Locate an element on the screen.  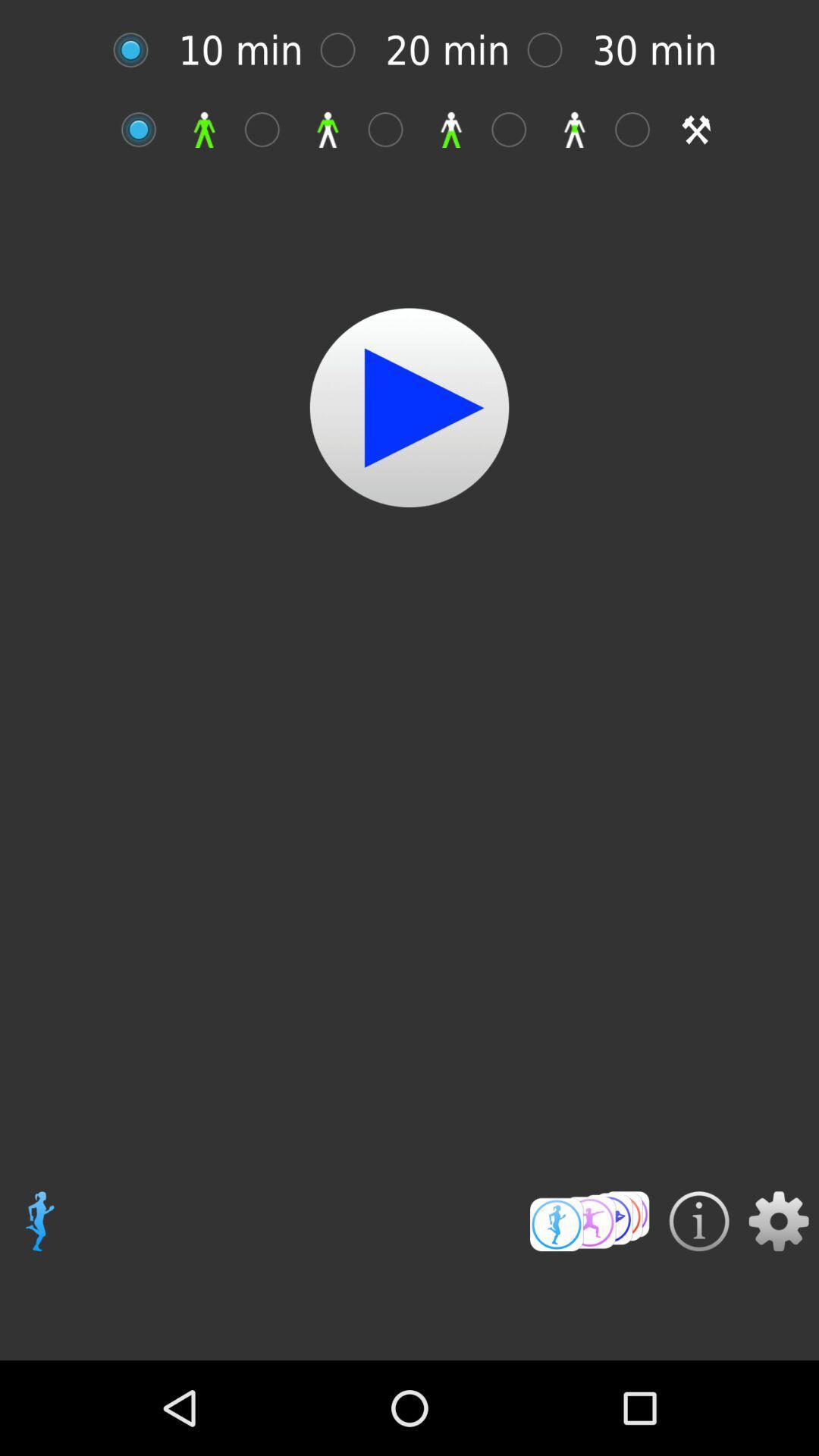
different time is located at coordinates (553, 50).